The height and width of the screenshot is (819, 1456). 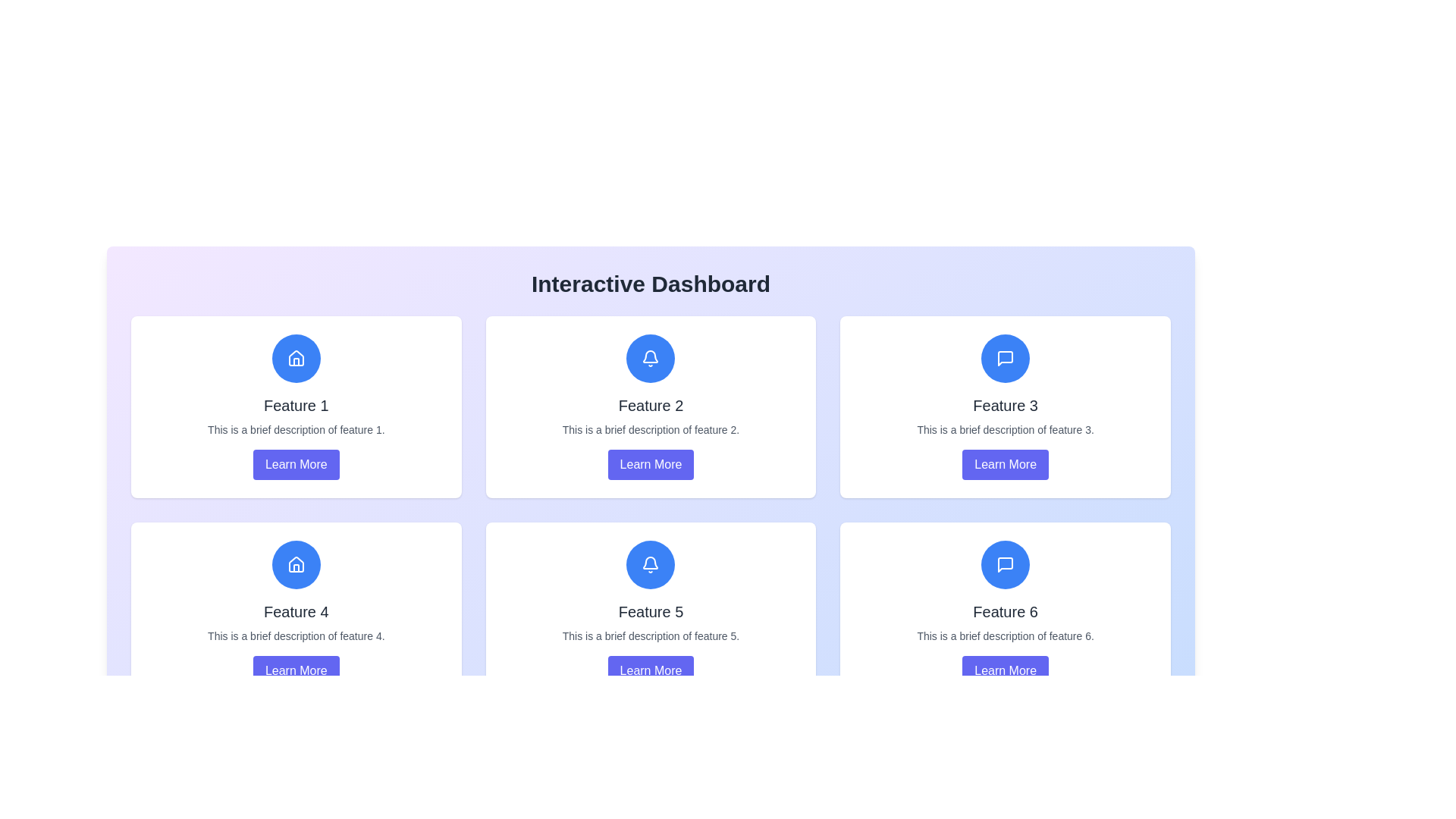 I want to click on the button located at the bottom of the 'Feature 1' card, so click(x=296, y=464).